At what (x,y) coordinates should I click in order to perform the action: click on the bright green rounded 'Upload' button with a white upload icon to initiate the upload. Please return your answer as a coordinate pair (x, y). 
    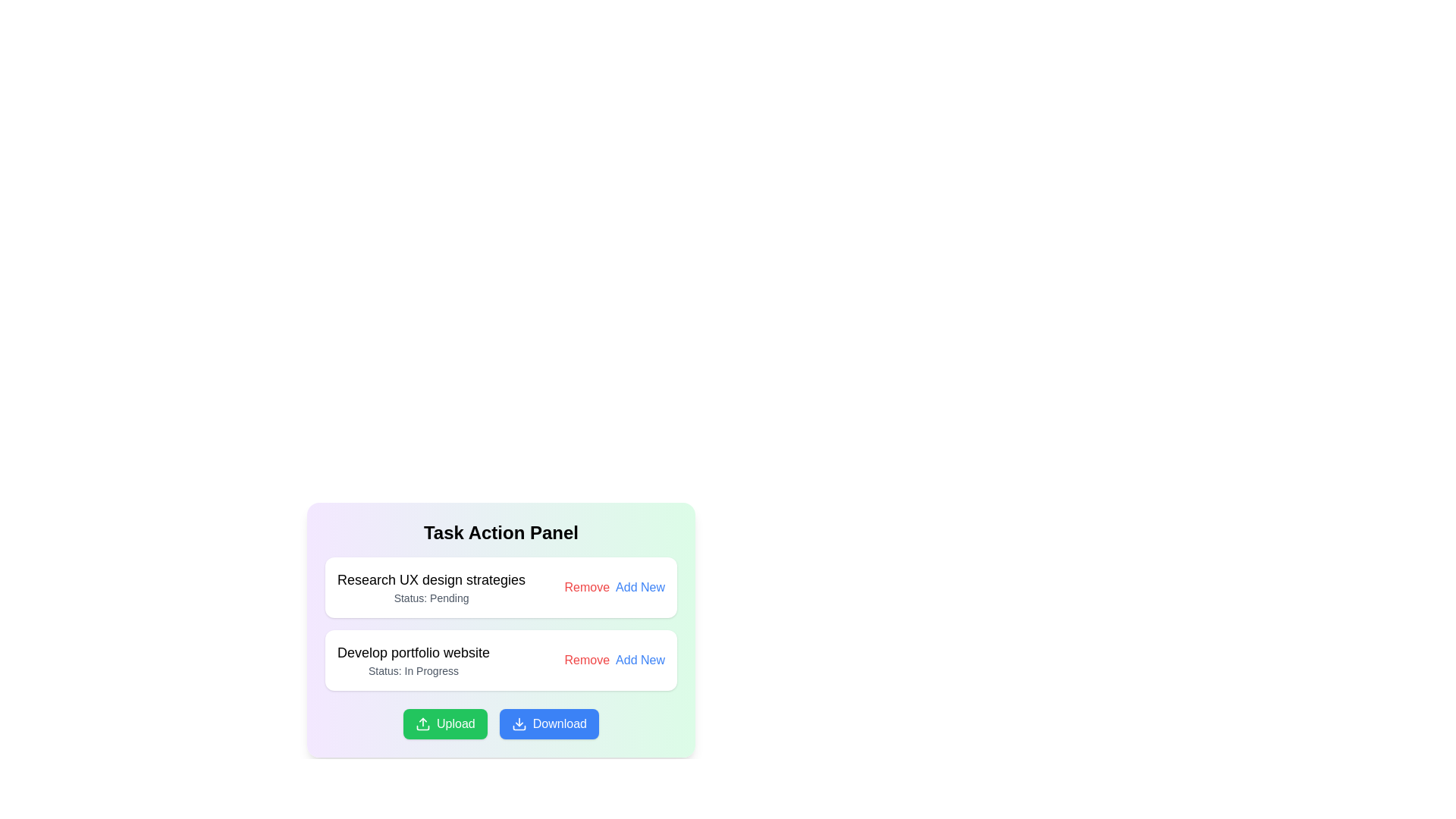
    Looking at the image, I should click on (444, 723).